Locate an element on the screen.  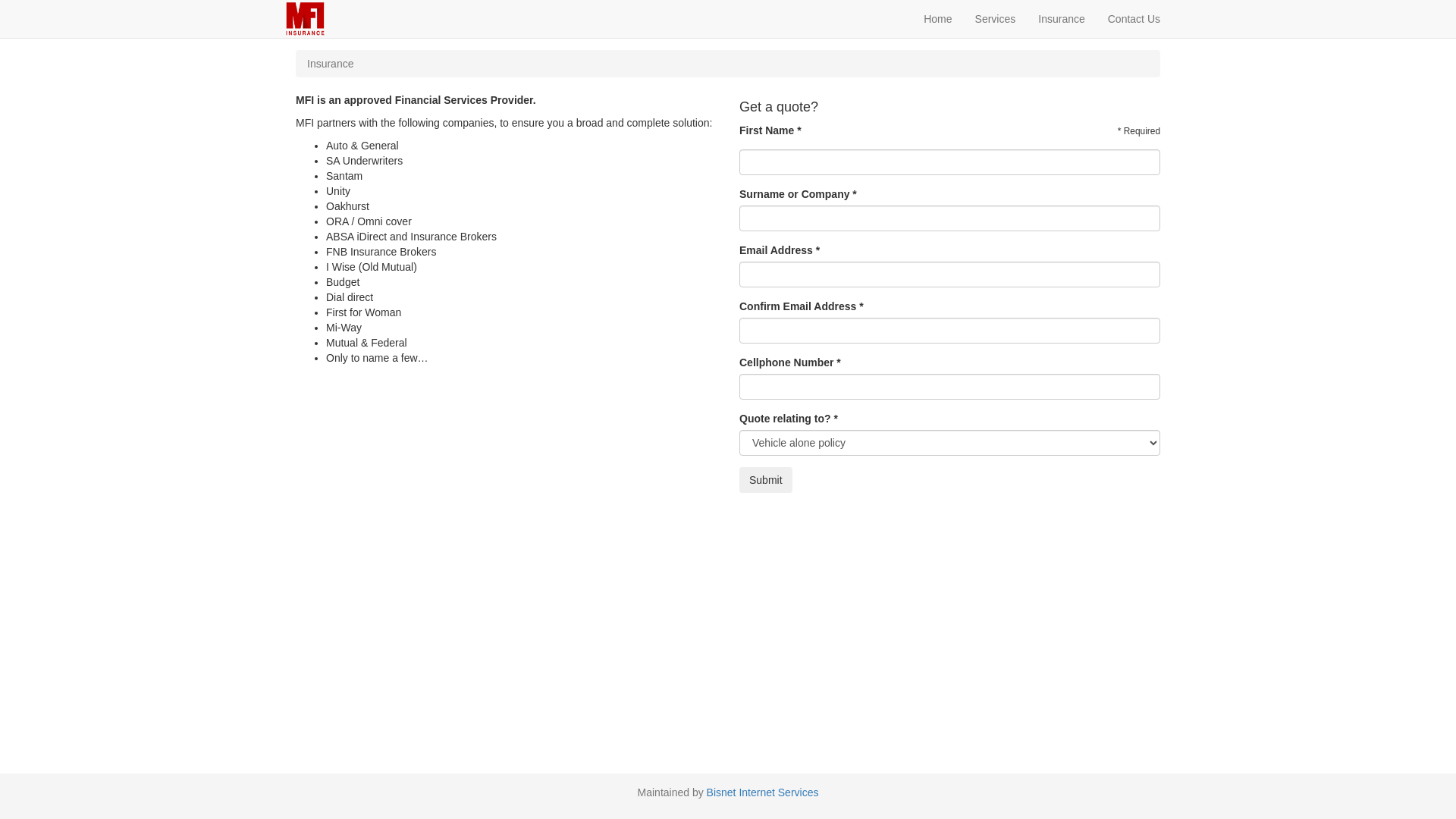
'Home' is located at coordinates (937, 18).